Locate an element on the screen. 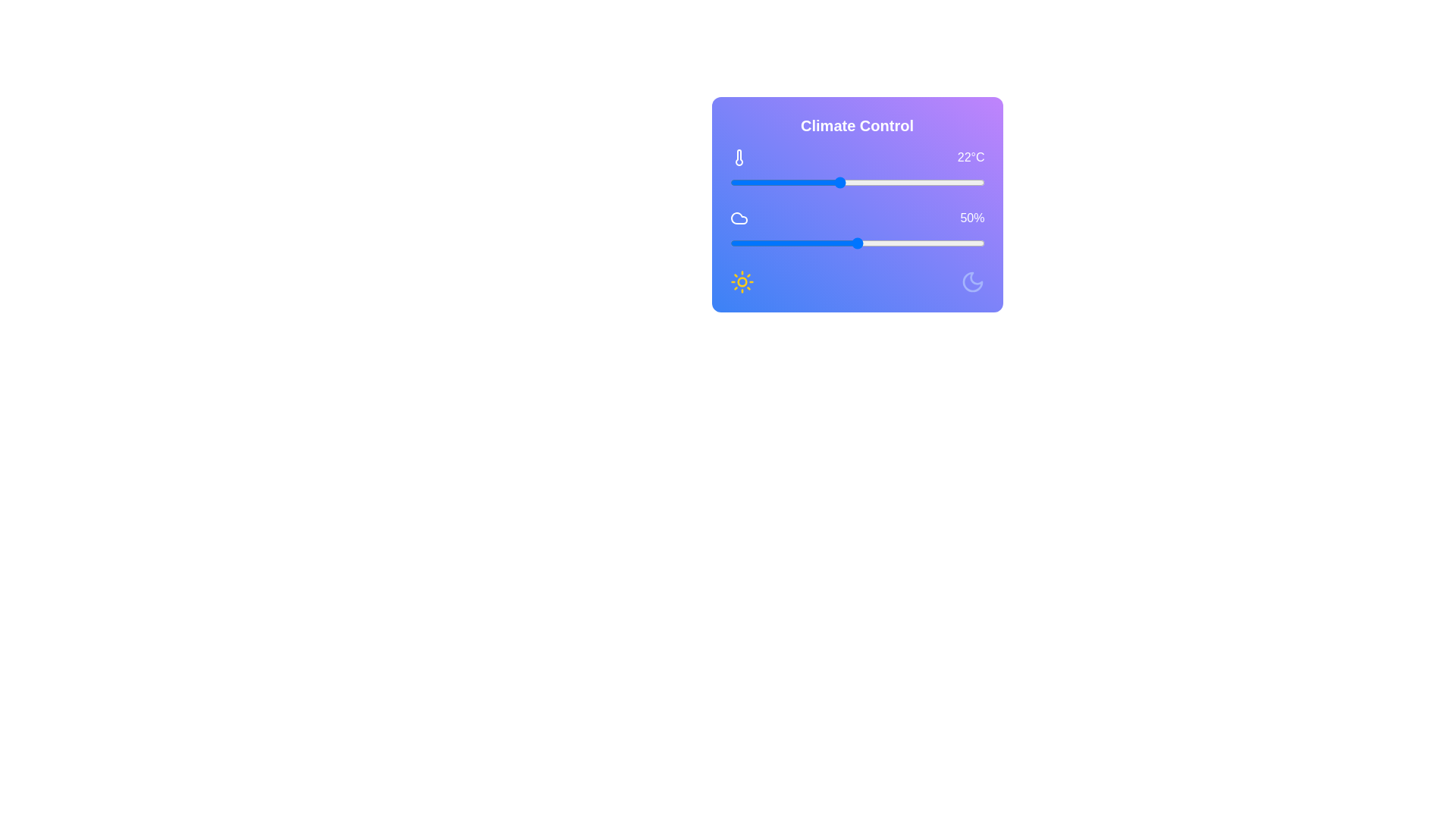 This screenshot has width=1456, height=819. the slider is located at coordinates (767, 242).